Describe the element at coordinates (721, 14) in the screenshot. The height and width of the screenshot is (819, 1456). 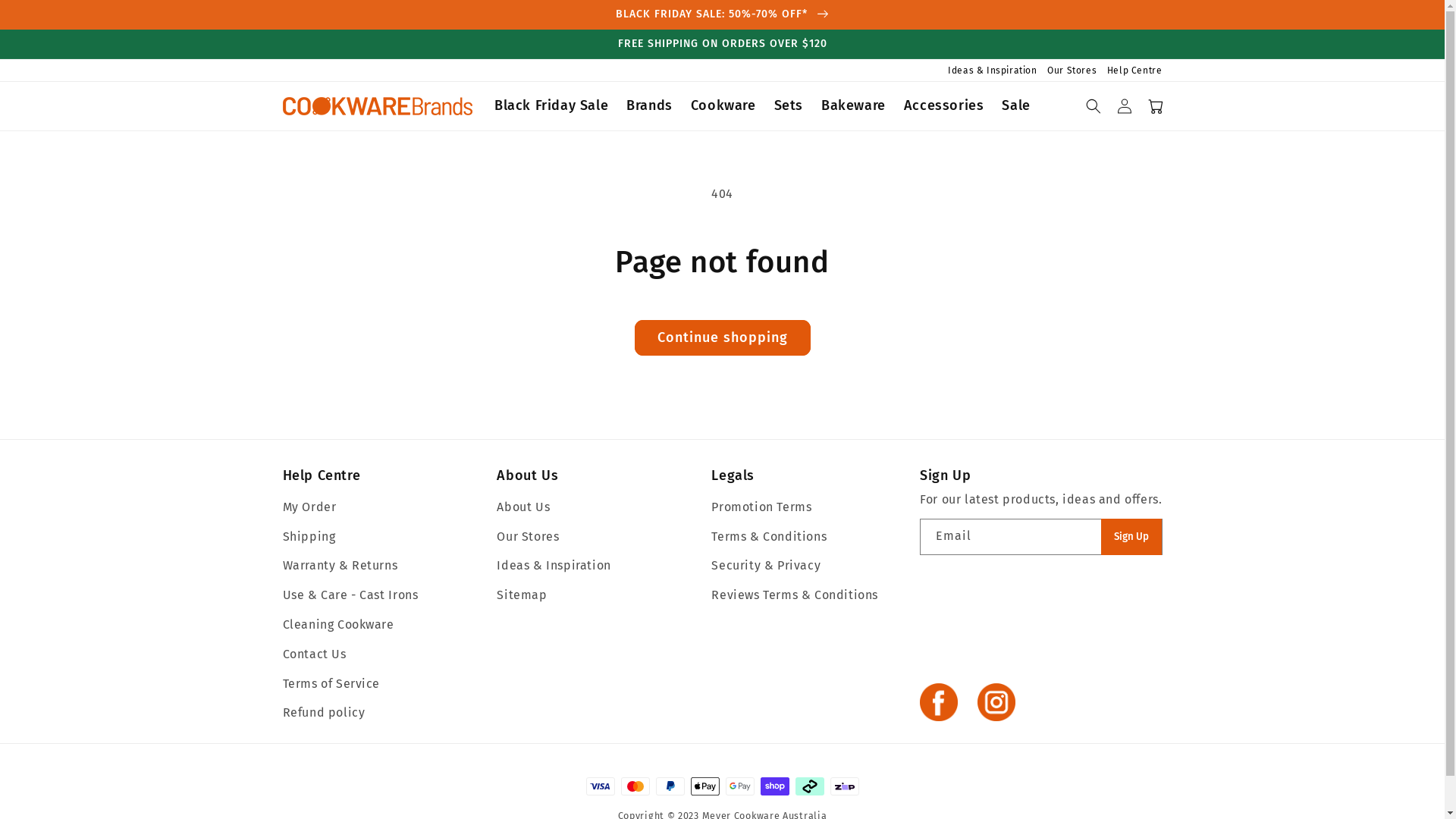
I see `'BLACK FRIDAY SALE: 50%-70% OFF*'` at that location.